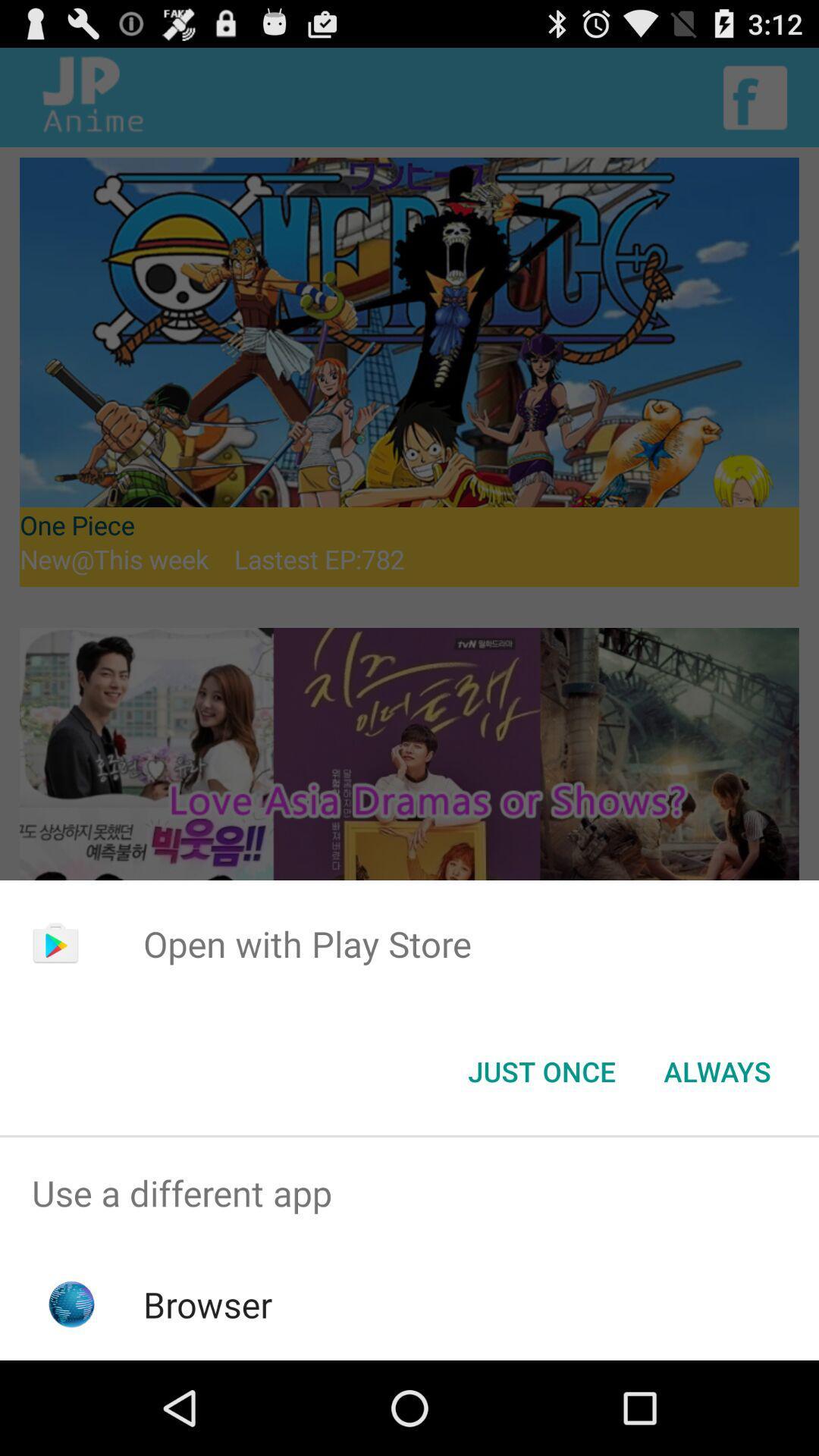  I want to click on always at the bottom right corner, so click(717, 1070).